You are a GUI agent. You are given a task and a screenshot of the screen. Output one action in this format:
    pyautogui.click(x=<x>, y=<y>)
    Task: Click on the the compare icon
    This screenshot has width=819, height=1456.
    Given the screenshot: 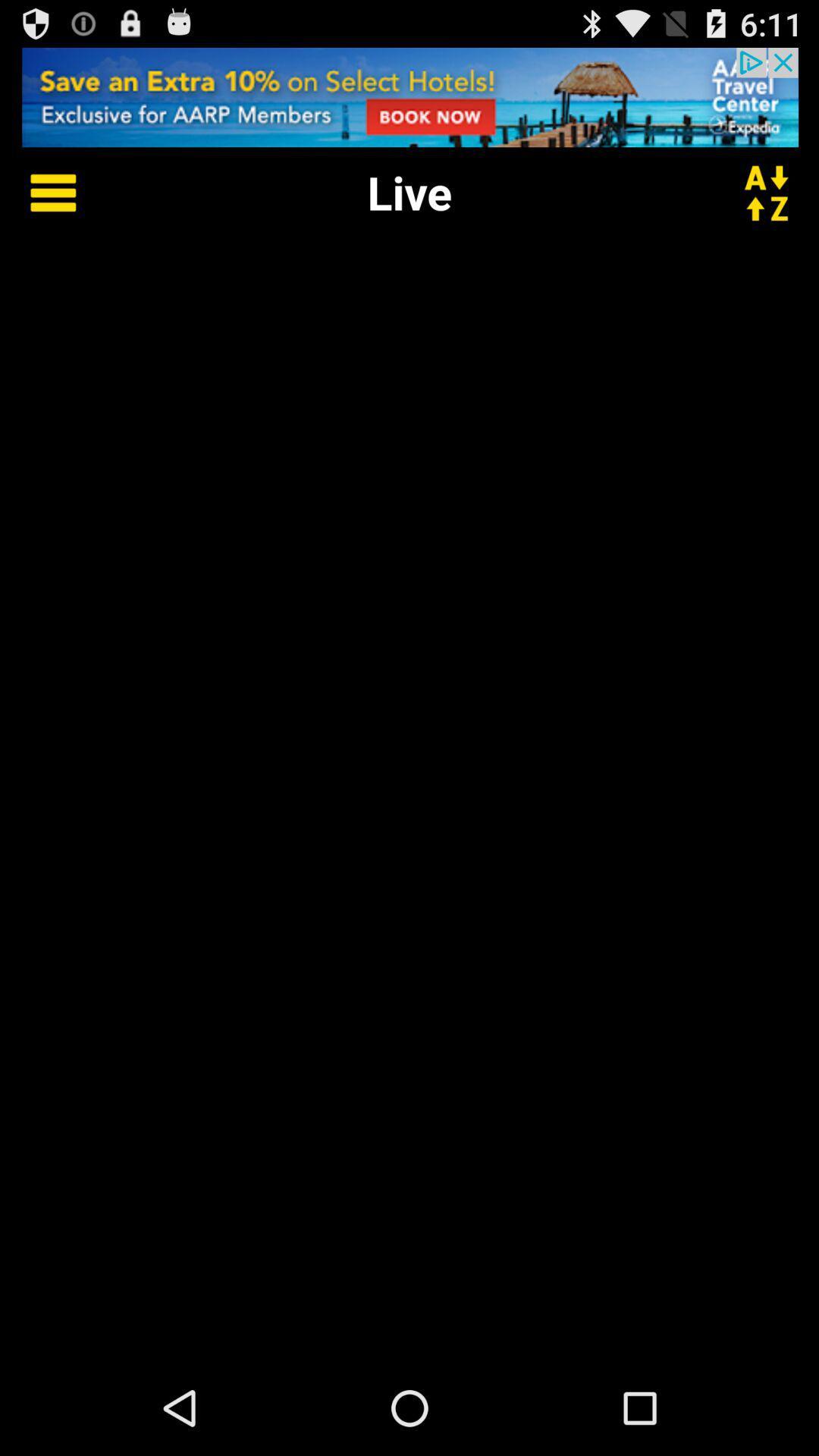 What is the action you would take?
    pyautogui.click(x=776, y=205)
    